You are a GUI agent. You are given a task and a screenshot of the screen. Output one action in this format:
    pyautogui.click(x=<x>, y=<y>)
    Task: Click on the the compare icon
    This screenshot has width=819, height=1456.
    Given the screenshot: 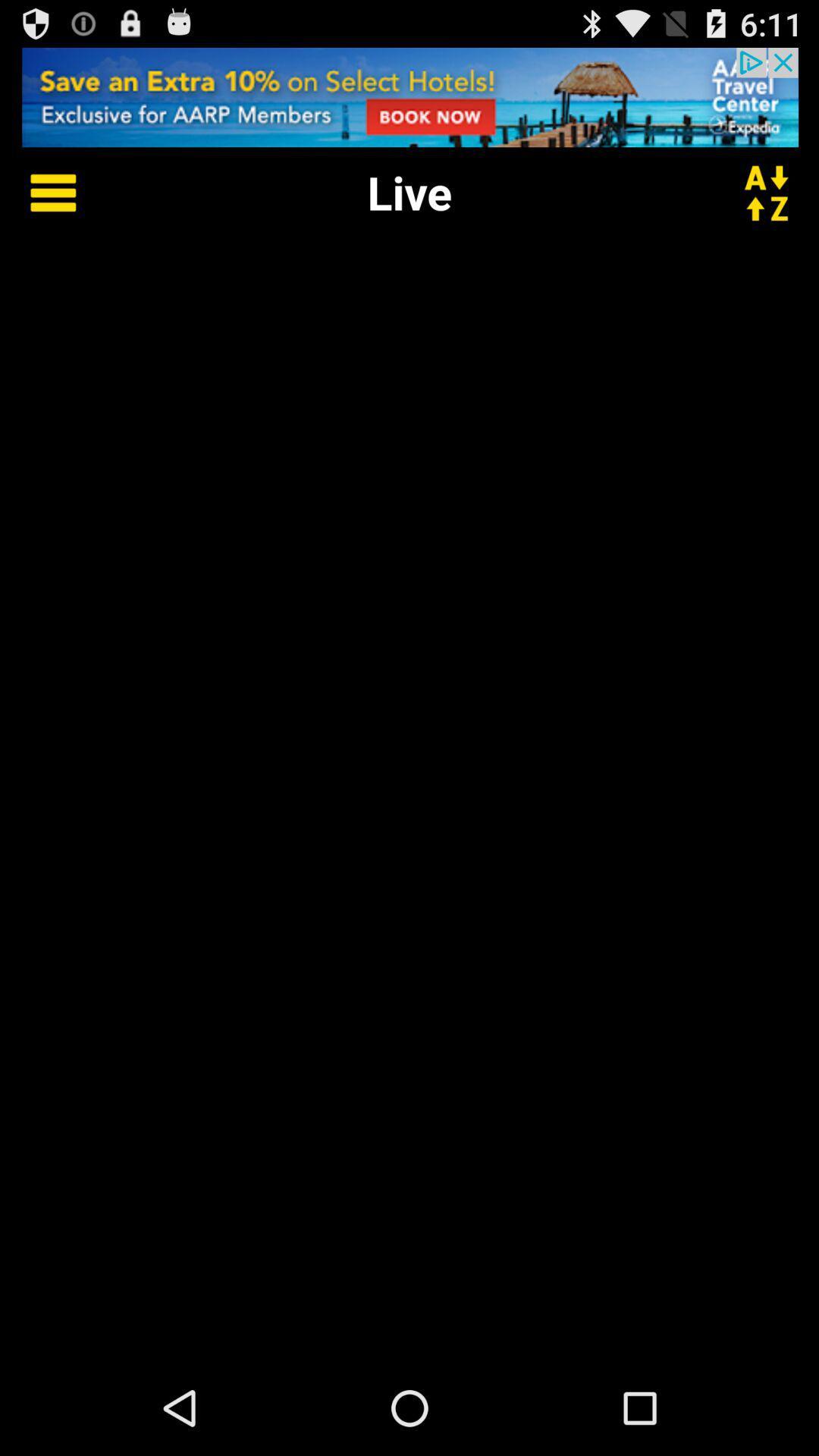 What is the action you would take?
    pyautogui.click(x=776, y=205)
    